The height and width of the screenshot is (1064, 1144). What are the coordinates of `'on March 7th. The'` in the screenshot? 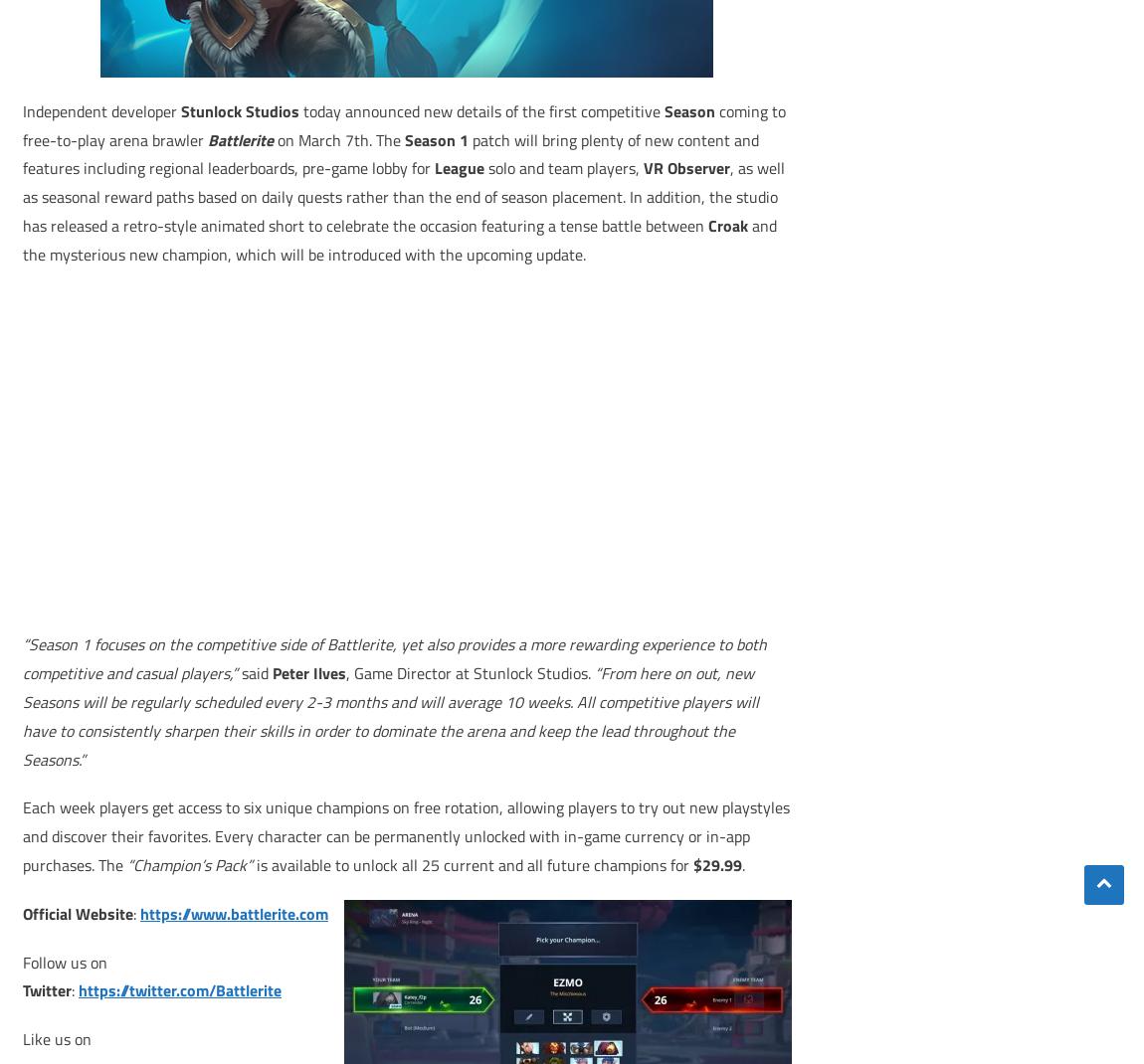 It's located at (341, 138).